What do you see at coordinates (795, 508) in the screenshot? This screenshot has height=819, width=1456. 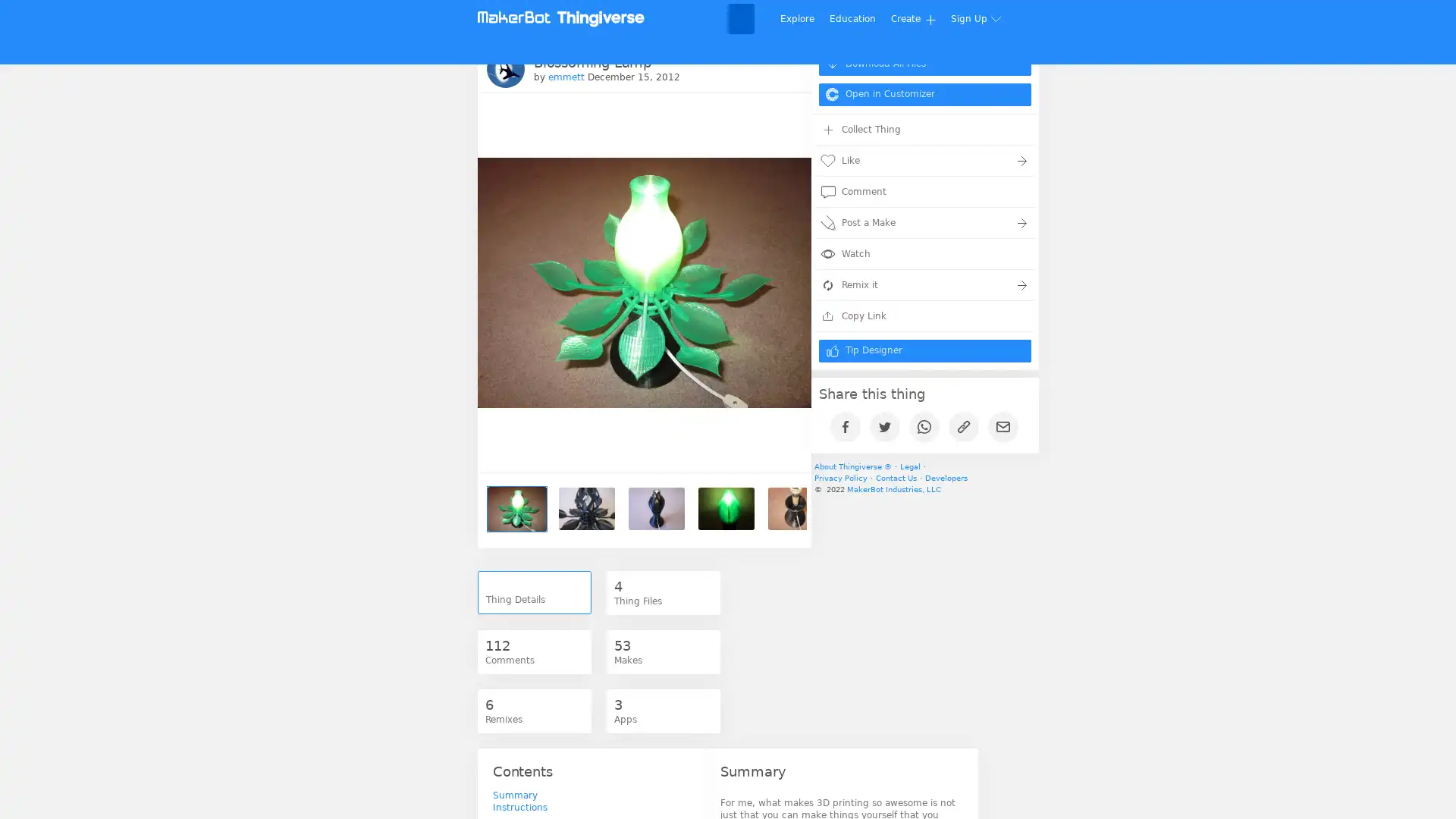 I see `slide item 5` at bounding box center [795, 508].